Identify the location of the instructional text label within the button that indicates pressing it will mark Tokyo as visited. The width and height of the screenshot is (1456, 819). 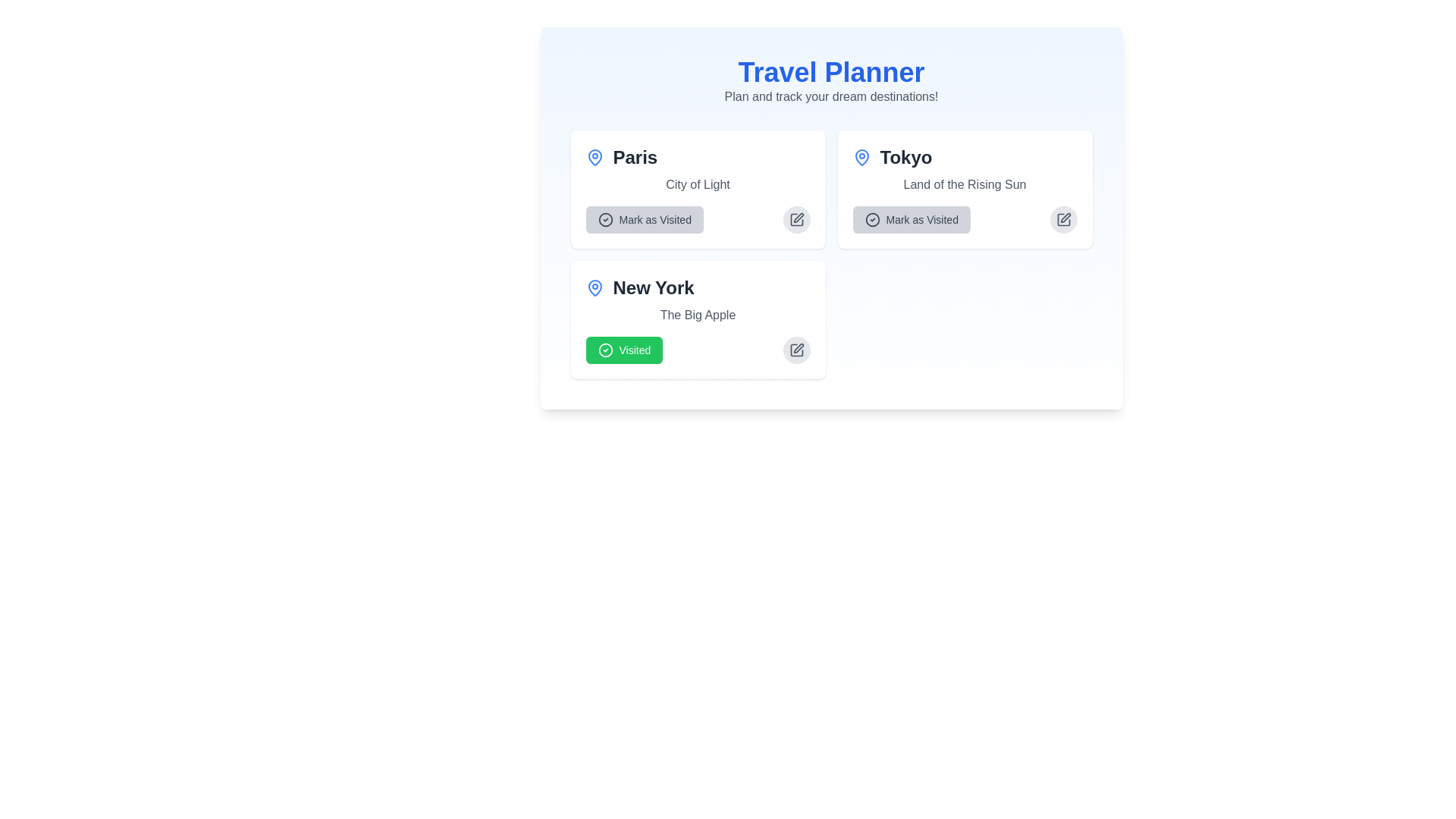
(921, 219).